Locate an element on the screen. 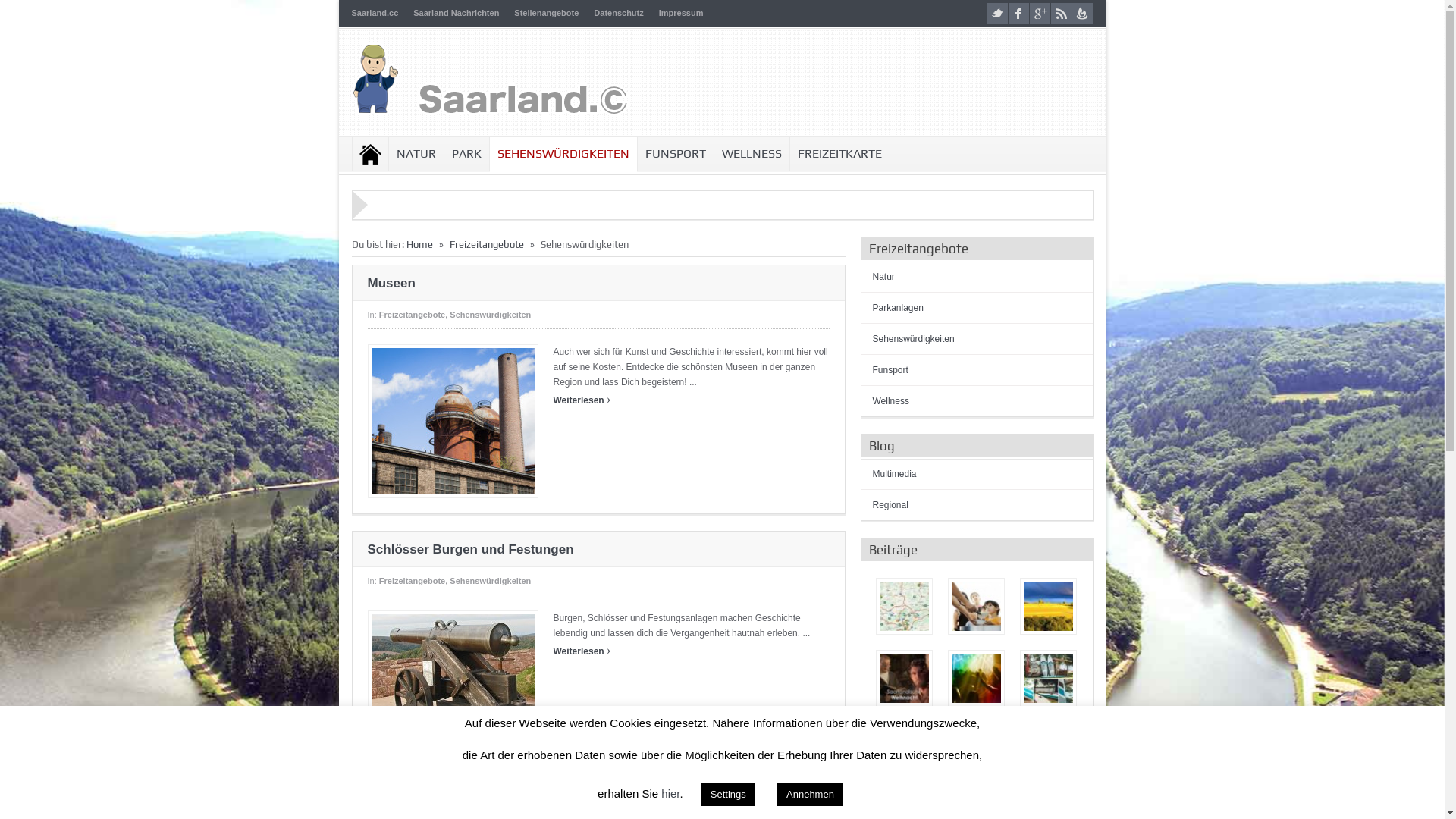 The width and height of the screenshot is (1456, 819). 'FREIZEITKARTE' is located at coordinates (839, 154).